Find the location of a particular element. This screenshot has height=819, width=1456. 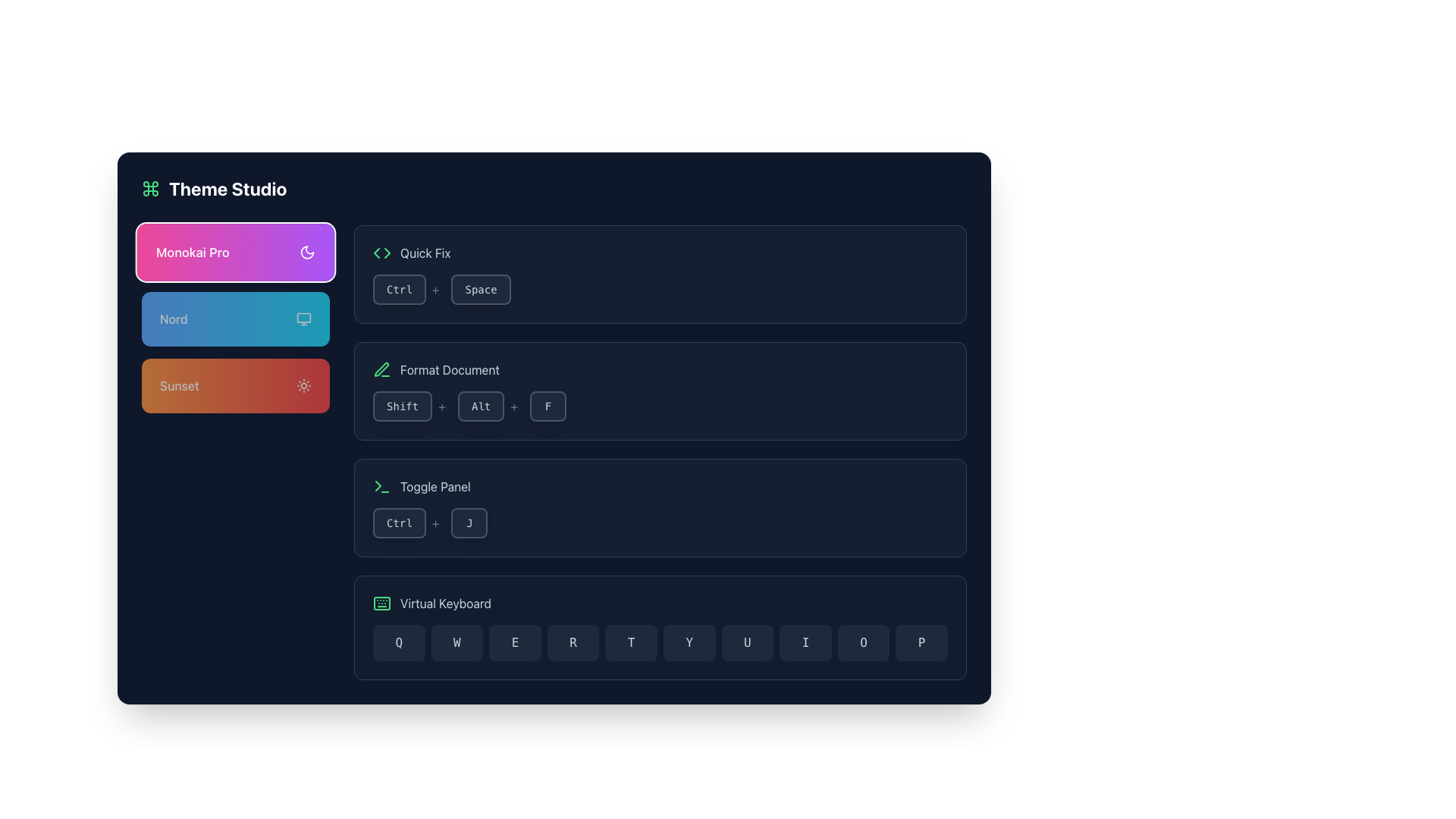

the green terminal icon featuring a right-pointing angle bracket and an underscore, which is located to the left of the 'Toggle Panel' text is located at coordinates (382, 486).